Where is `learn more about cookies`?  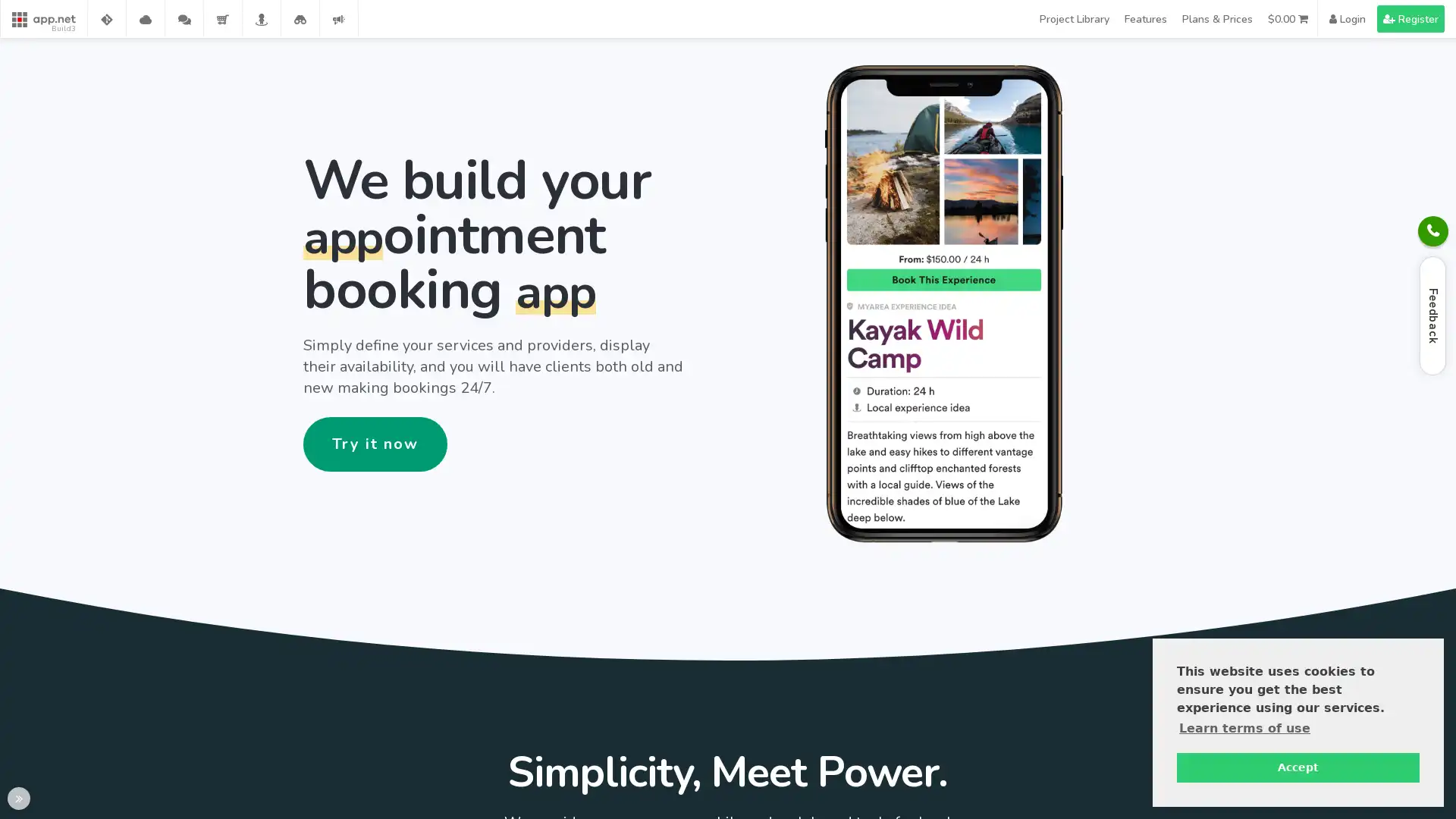
learn more about cookies is located at coordinates (1244, 727).